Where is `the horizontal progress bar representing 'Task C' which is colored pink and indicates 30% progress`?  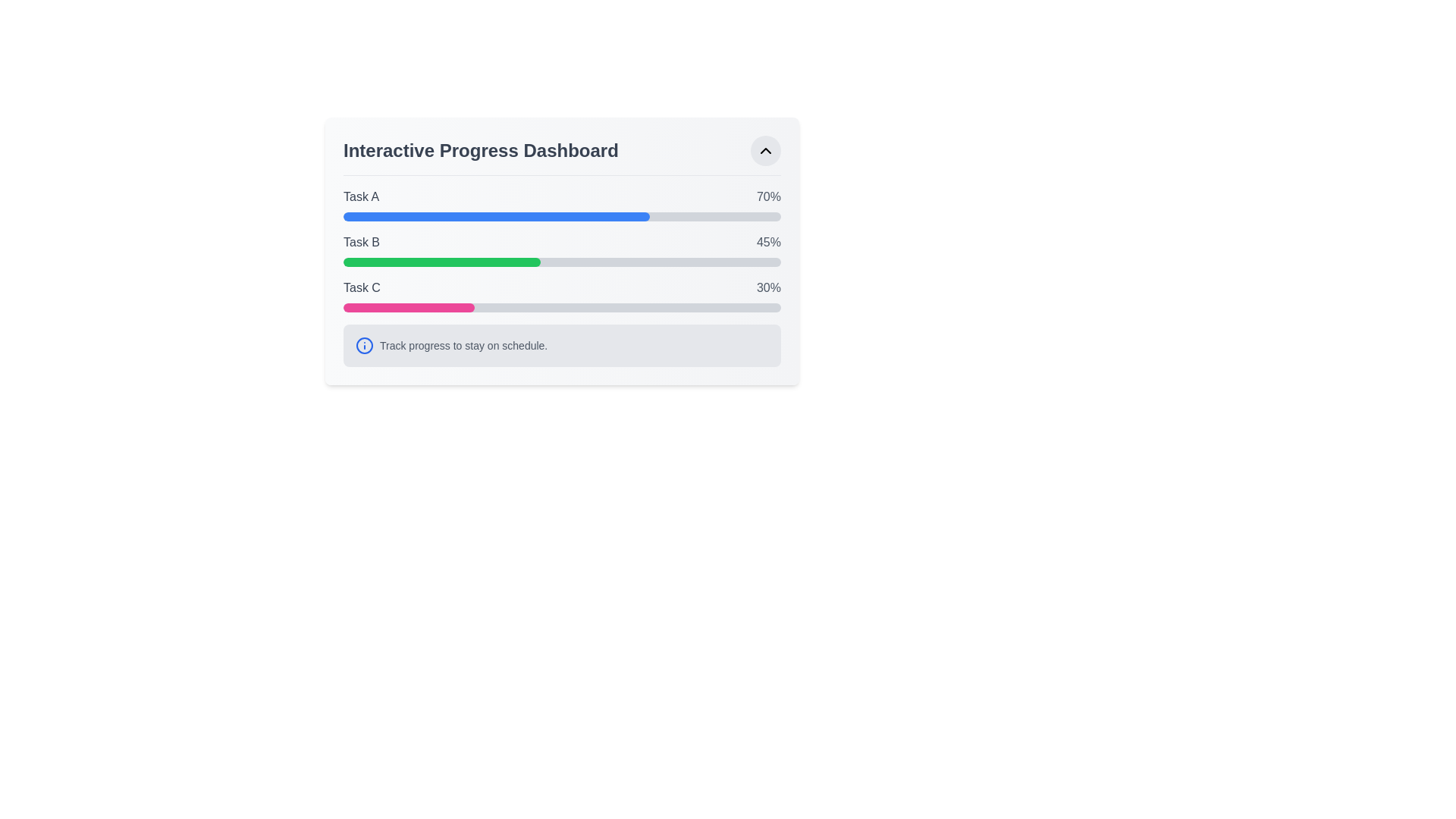
the horizontal progress bar representing 'Task C' which is colored pink and indicates 30% progress is located at coordinates (561, 307).